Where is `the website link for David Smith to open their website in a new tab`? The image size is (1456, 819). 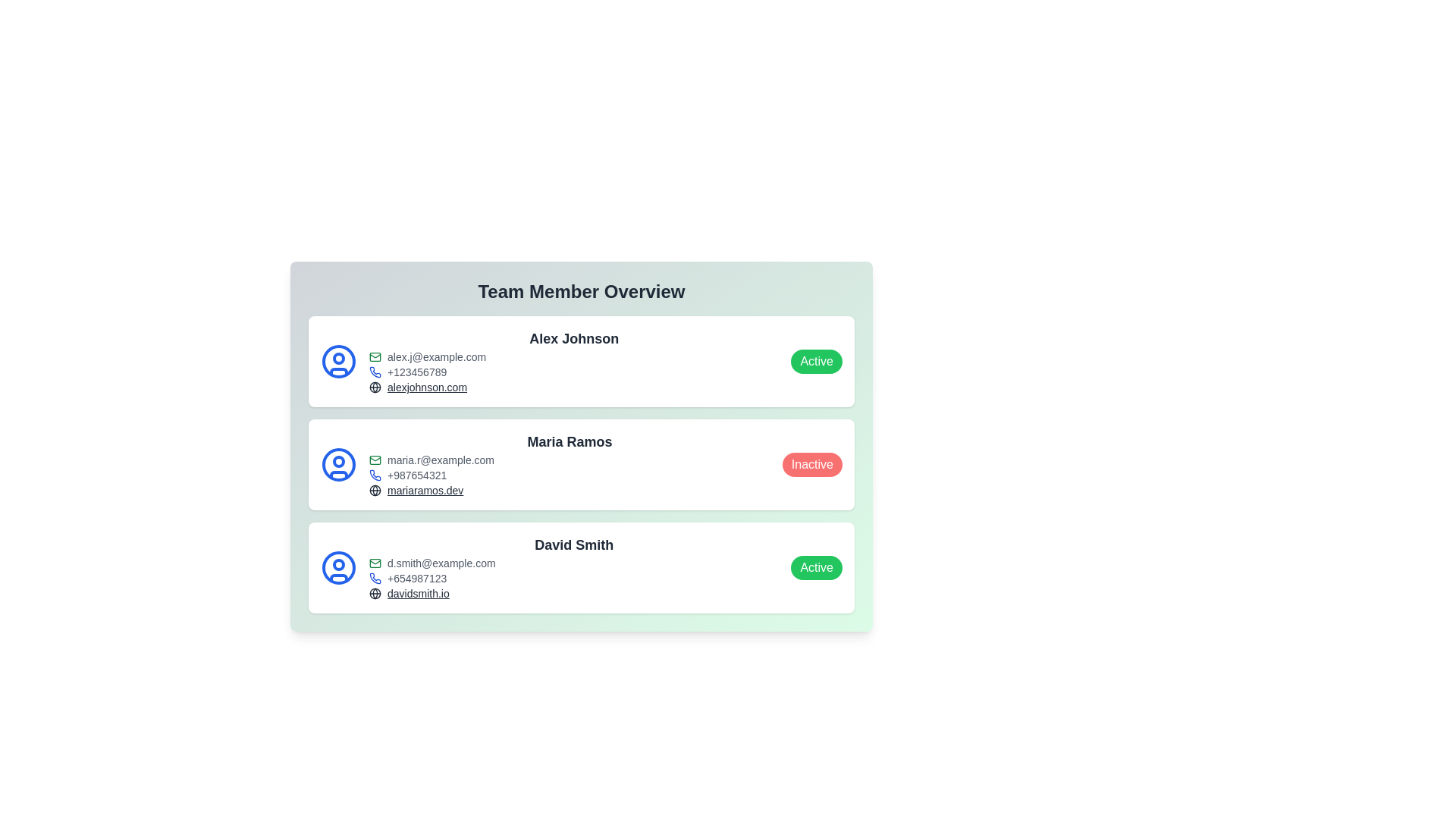
the website link for David Smith to open their website in a new tab is located at coordinates (418, 593).